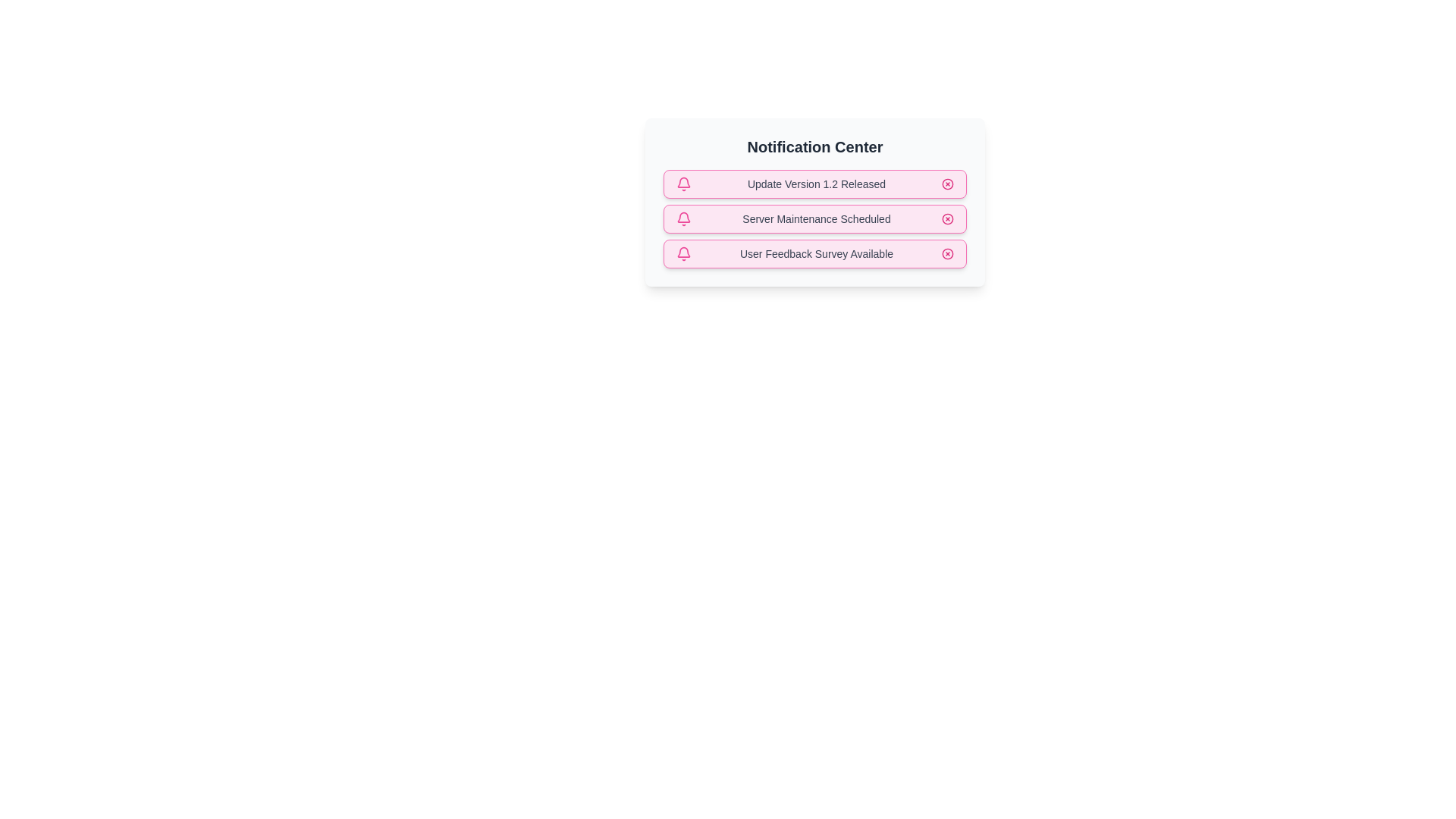 The height and width of the screenshot is (819, 1456). What do you see at coordinates (815, 184) in the screenshot?
I see `the notification text Update Version 1.2 Released to select it for copying` at bounding box center [815, 184].